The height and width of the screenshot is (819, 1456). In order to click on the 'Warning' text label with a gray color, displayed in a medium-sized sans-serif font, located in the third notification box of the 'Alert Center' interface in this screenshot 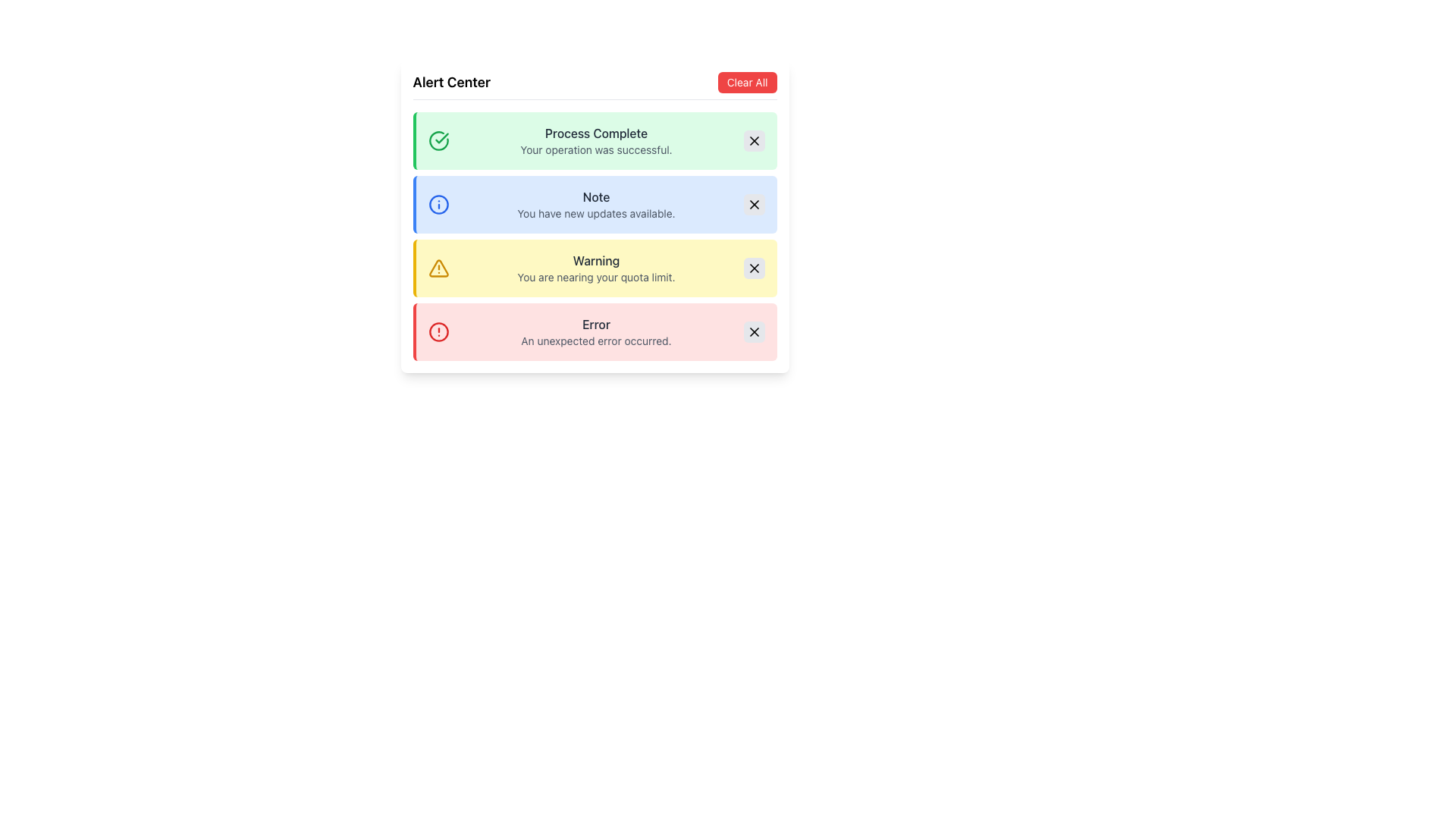, I will do `click(595, 259)`.